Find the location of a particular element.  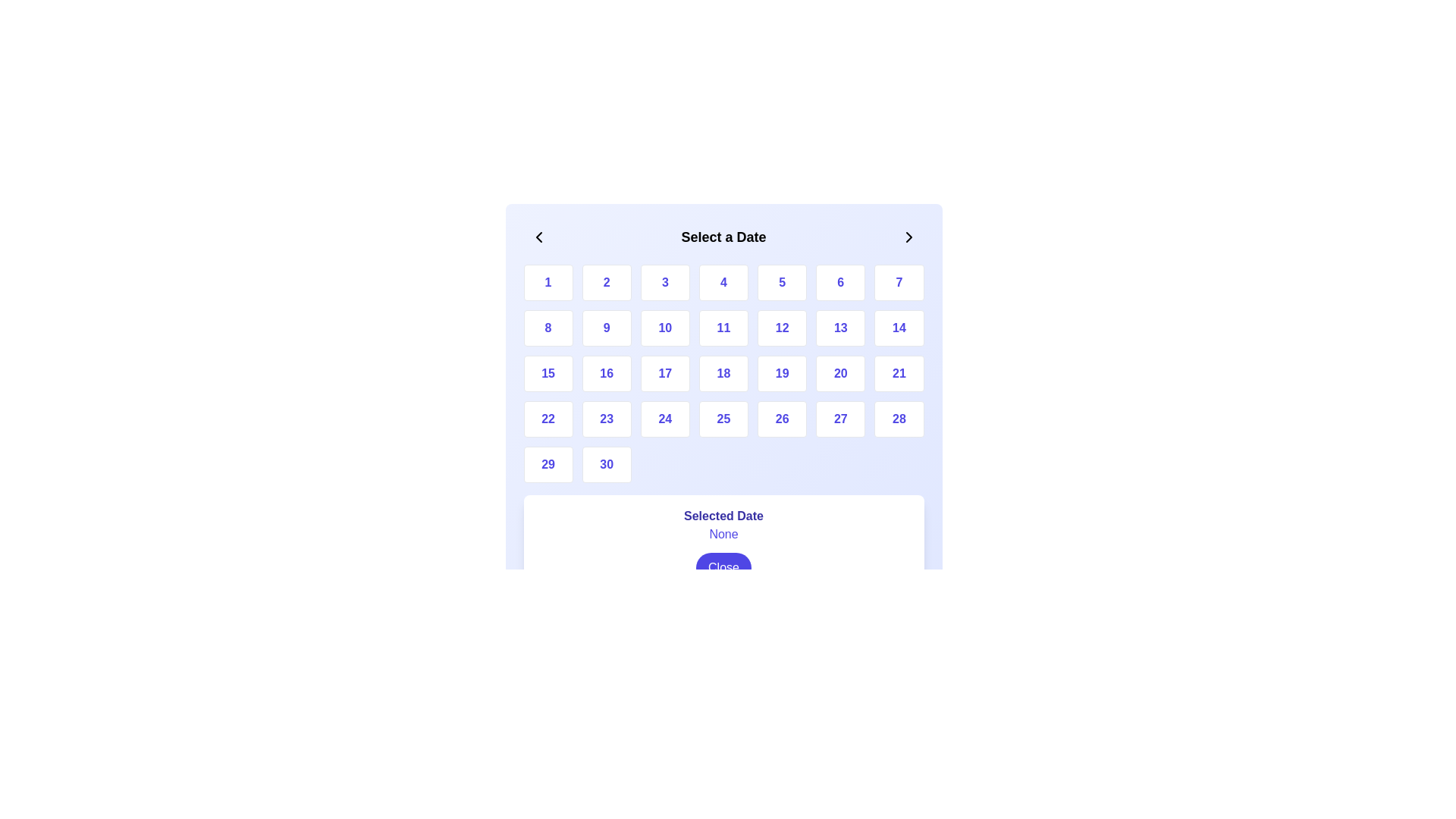

the 'Close' button, which is a rounded rectangle filled with vibrant indigo and has white text in the center, to change its color to a lighter indigo shade is located at coordinates (723, 567).